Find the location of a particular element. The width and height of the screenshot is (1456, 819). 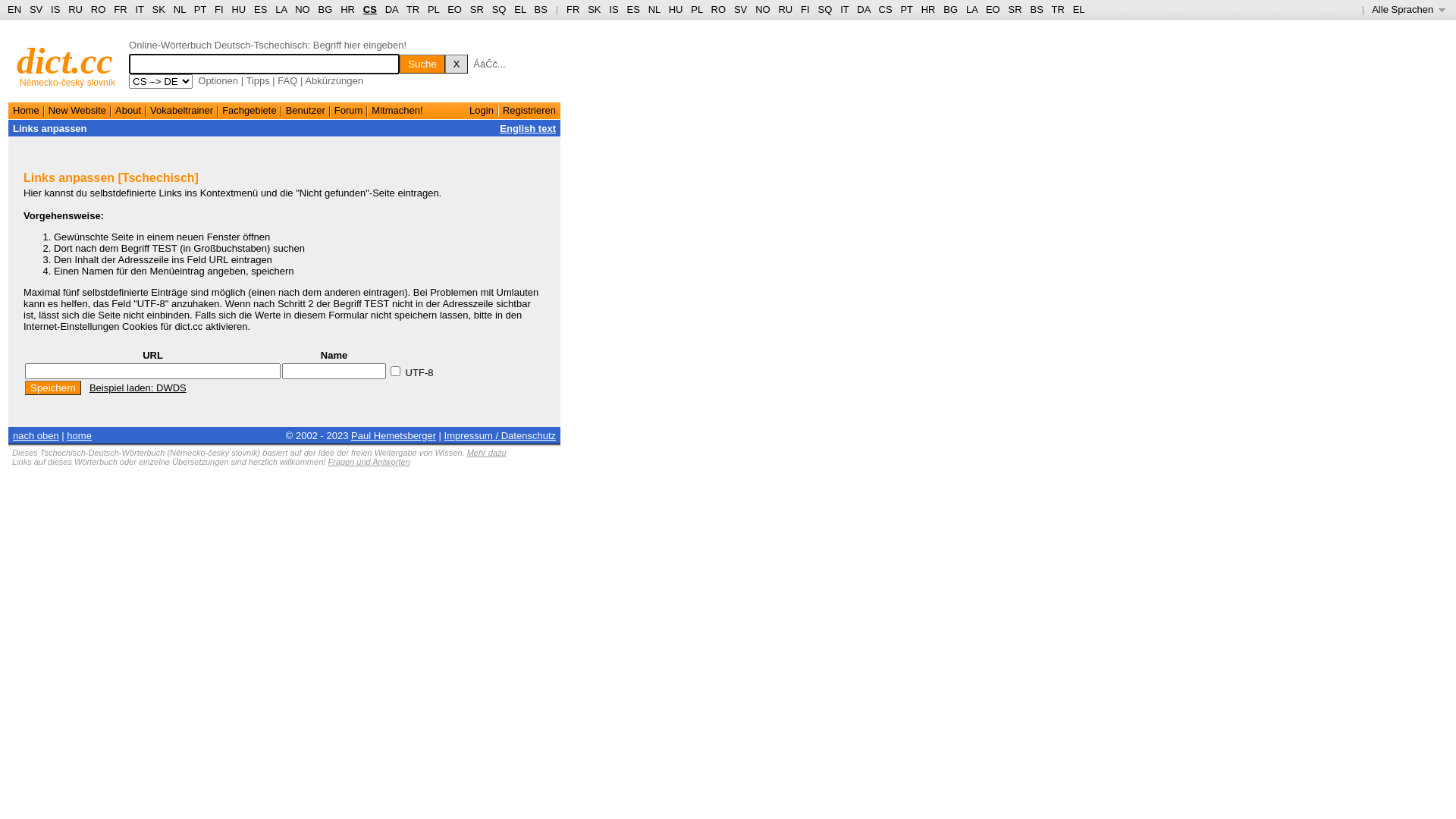

'LA' is located at coordinates (281, 9).